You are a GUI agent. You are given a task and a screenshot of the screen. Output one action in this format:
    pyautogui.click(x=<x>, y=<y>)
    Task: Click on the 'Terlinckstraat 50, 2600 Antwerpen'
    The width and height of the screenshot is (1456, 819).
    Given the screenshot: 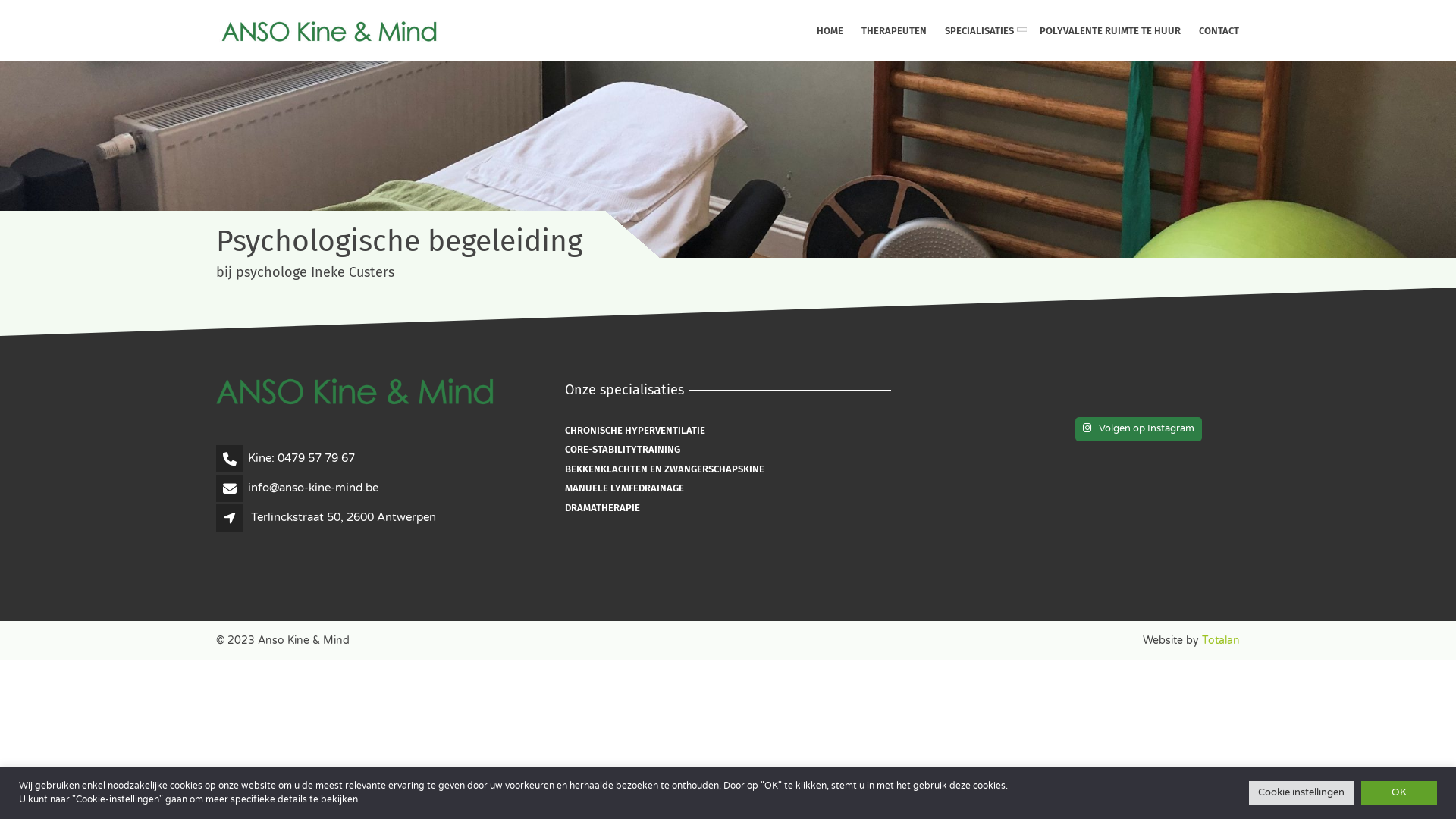 What is the action you would take?
    pyautogui.click(x=342, y=516)
    